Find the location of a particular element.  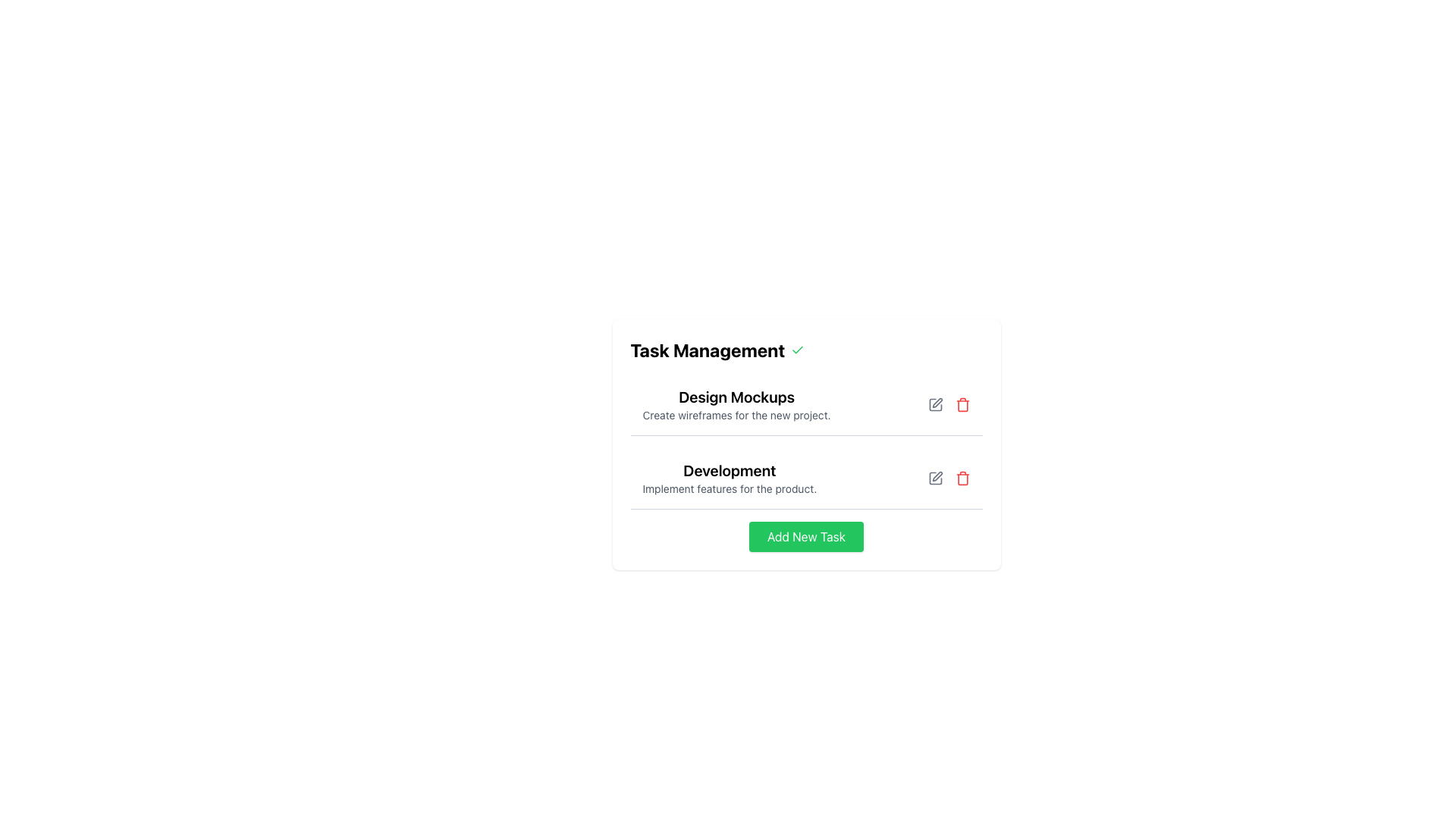

the text label 'Design Mockups', which is a bold heading in a larger font size, indicating the primary title of the first task in the task management interface is located at coordinates (736, 397).